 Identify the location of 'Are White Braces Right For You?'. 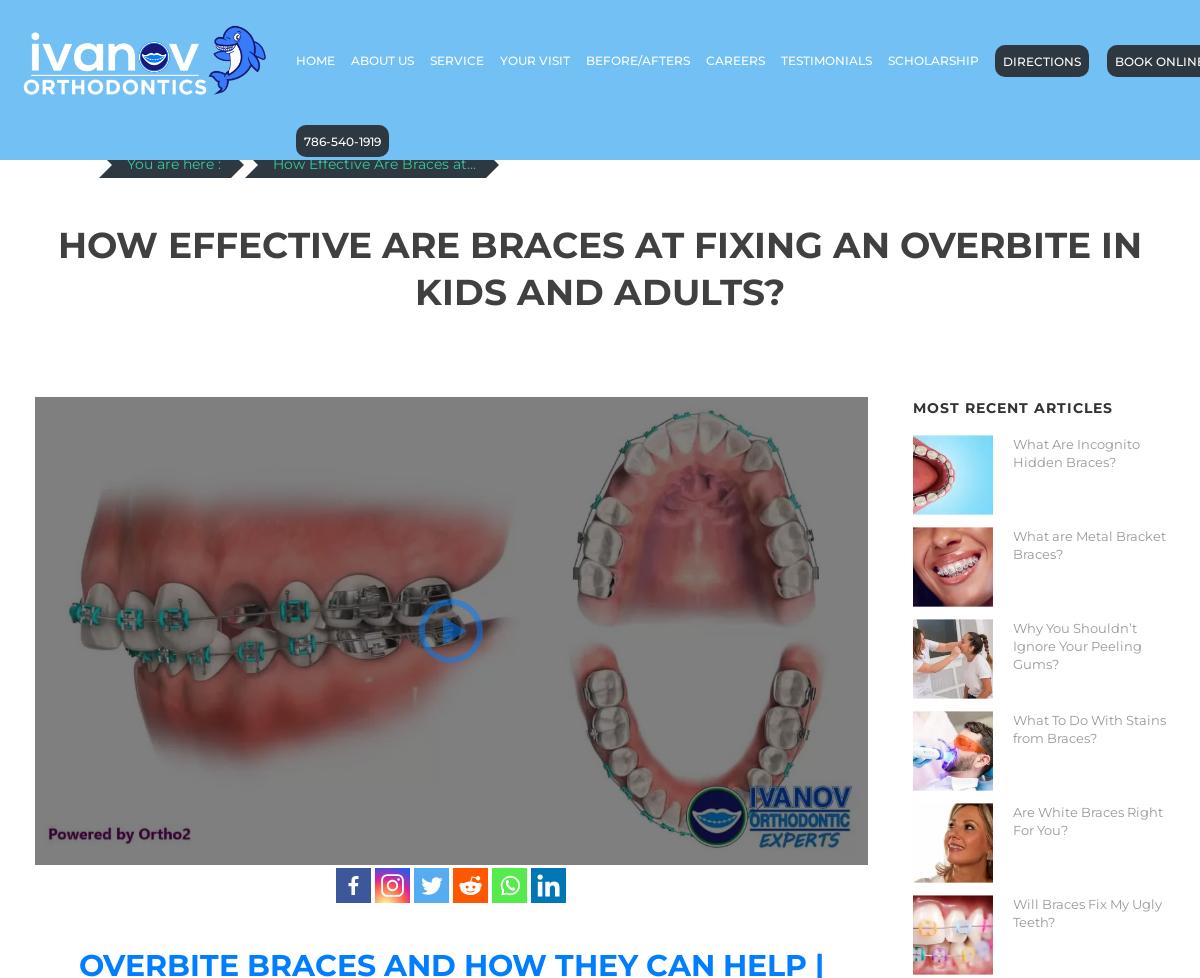
(1085, 818).